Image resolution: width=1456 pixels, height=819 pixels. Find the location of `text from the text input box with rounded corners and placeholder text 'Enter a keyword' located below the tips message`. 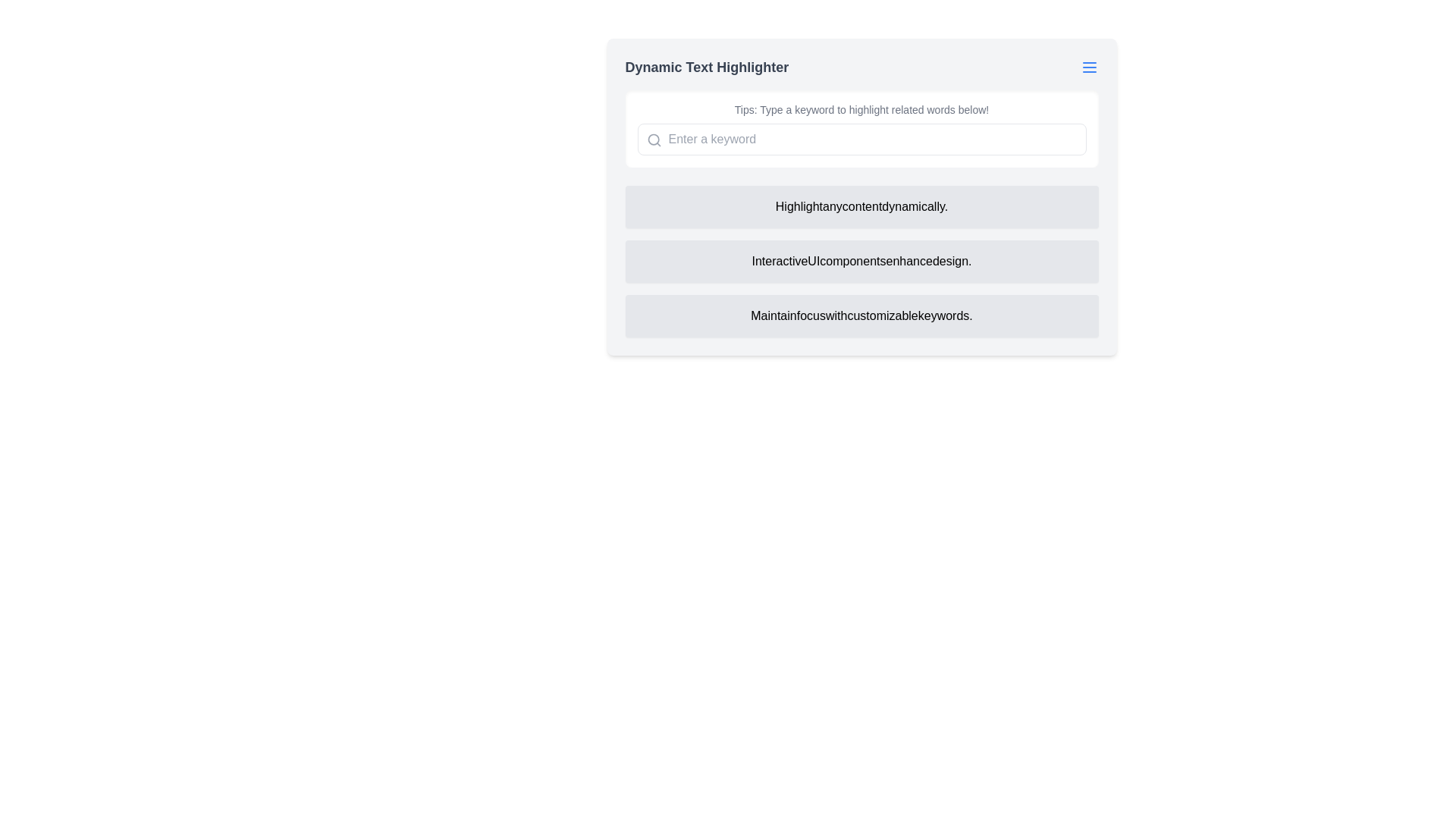

text from the text input box with rounded corners and placeholder text 'Enter a keyword' located below the tips message is located at coordinates (861, 140).